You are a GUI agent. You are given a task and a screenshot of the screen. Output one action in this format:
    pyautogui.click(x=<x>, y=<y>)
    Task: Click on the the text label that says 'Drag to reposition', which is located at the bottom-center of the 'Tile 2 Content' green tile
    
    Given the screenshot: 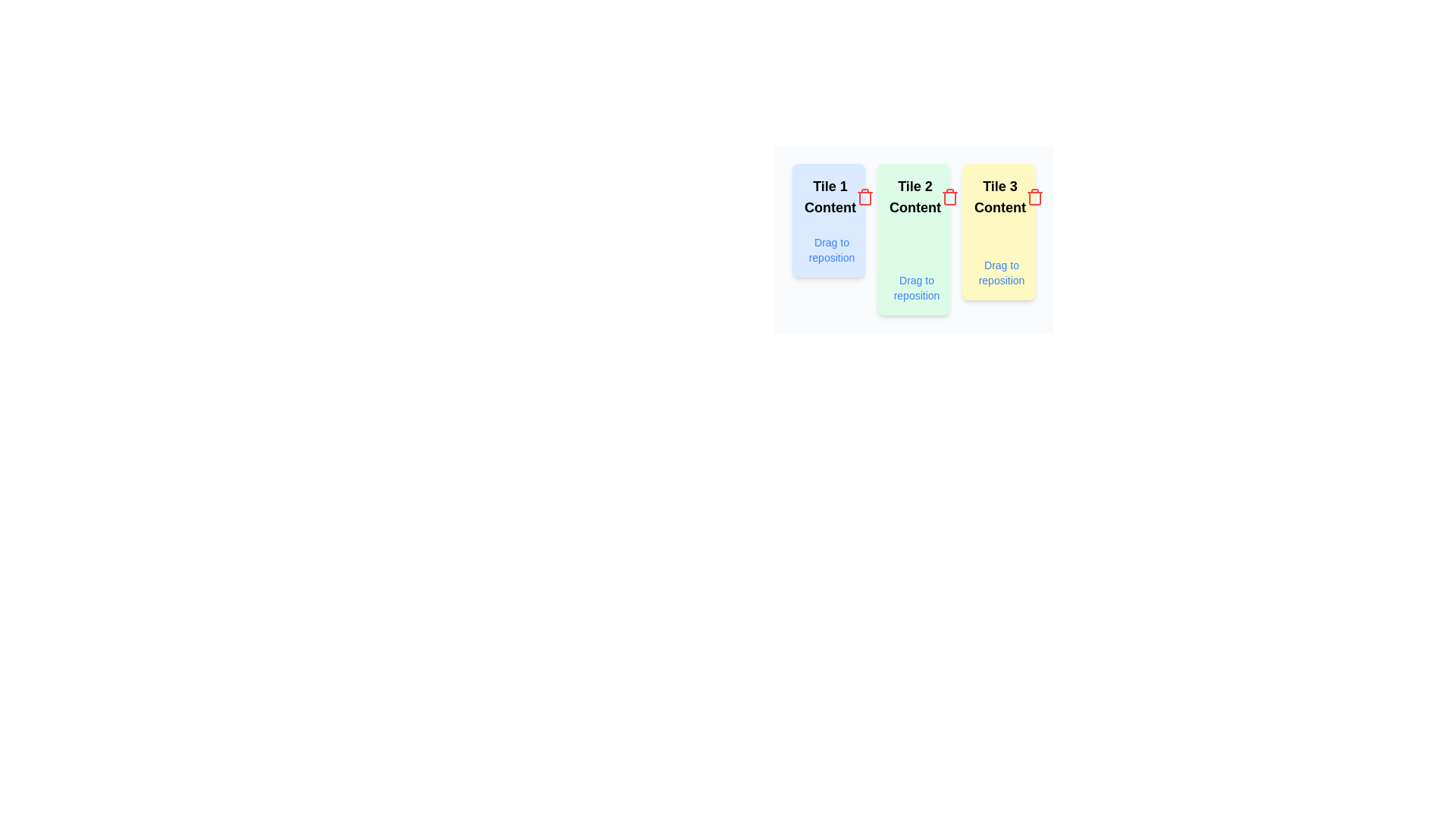 What is the action you would take?
    pyautogui.click(x=916, y=288)
    